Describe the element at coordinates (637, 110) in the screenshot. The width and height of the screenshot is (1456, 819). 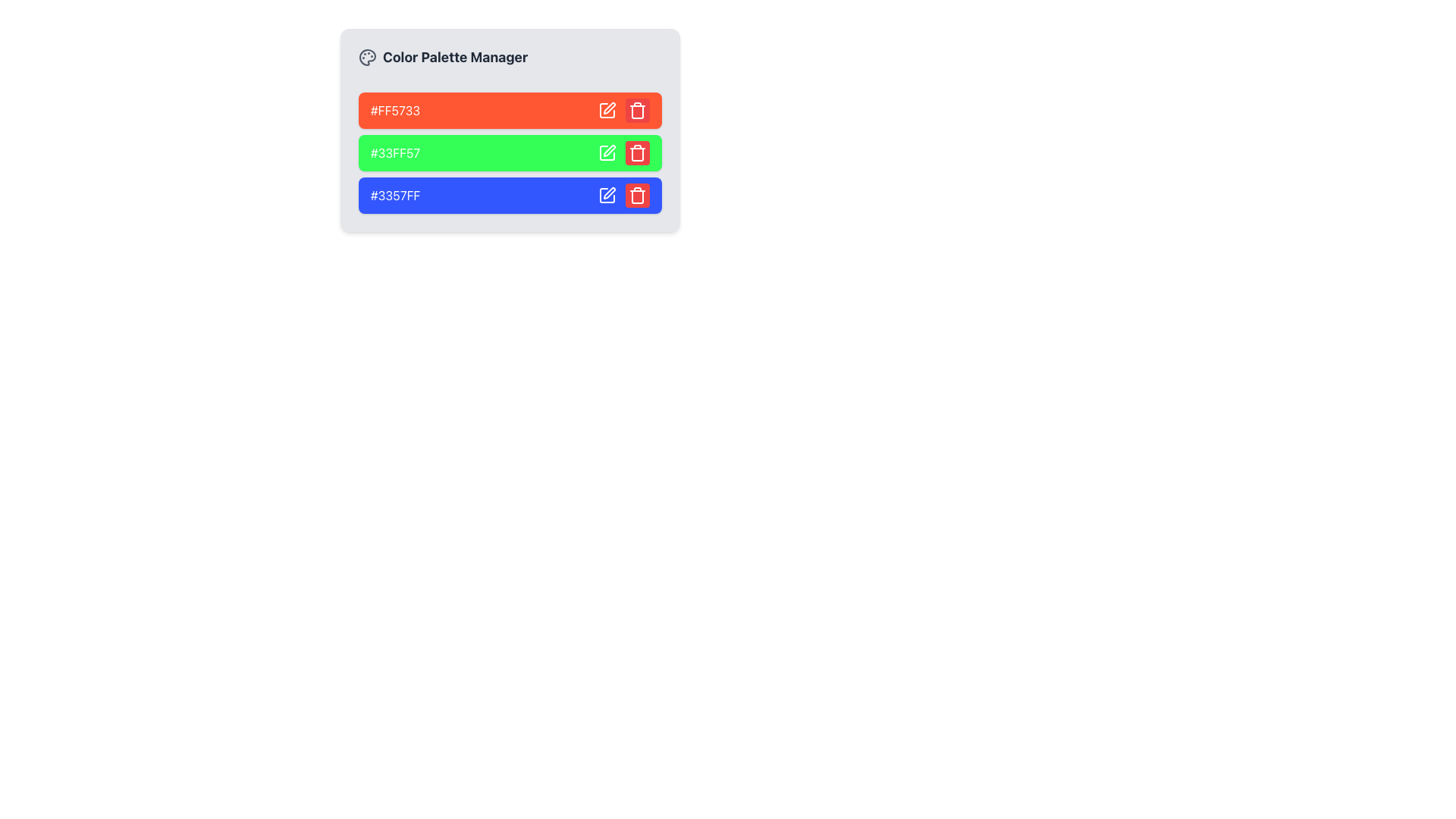
I see `the small, rounded red delete button with a trash can icon located in the upper-right corner of the horizontal bar` at that location.